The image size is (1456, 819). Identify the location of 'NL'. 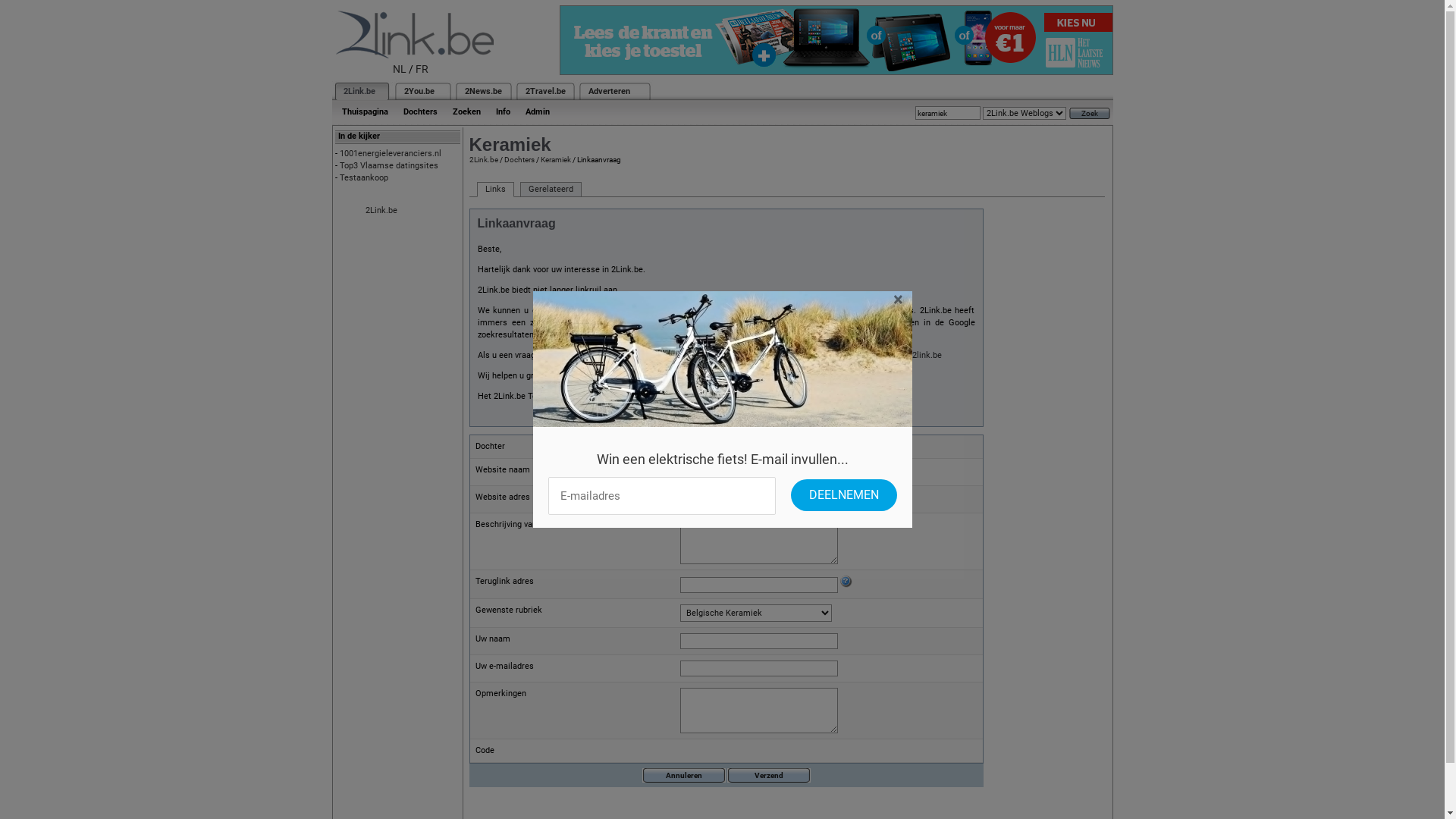
(400, 69).